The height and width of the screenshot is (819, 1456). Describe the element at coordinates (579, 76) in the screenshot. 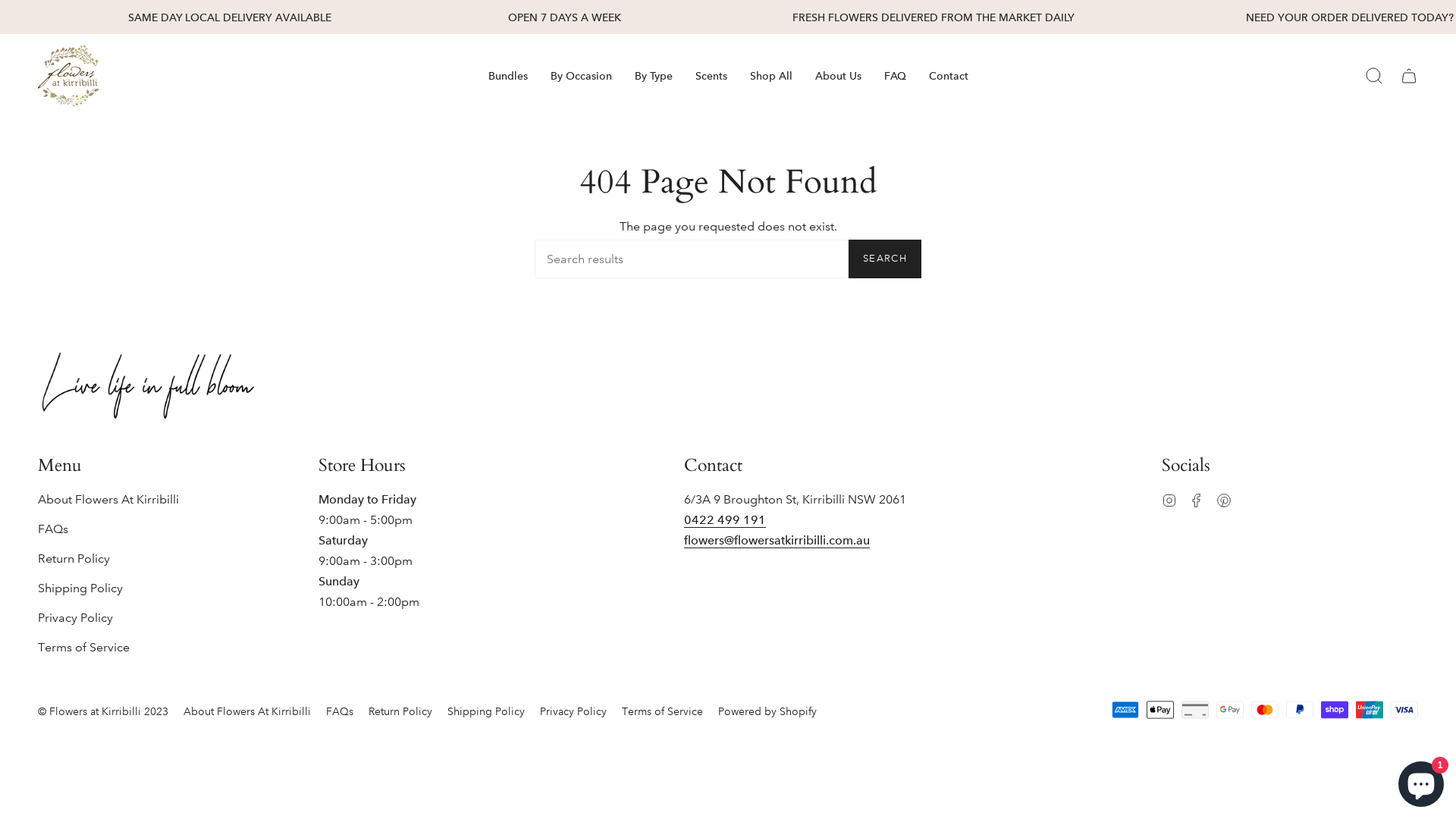

I see `'By Occasion'` at that location.